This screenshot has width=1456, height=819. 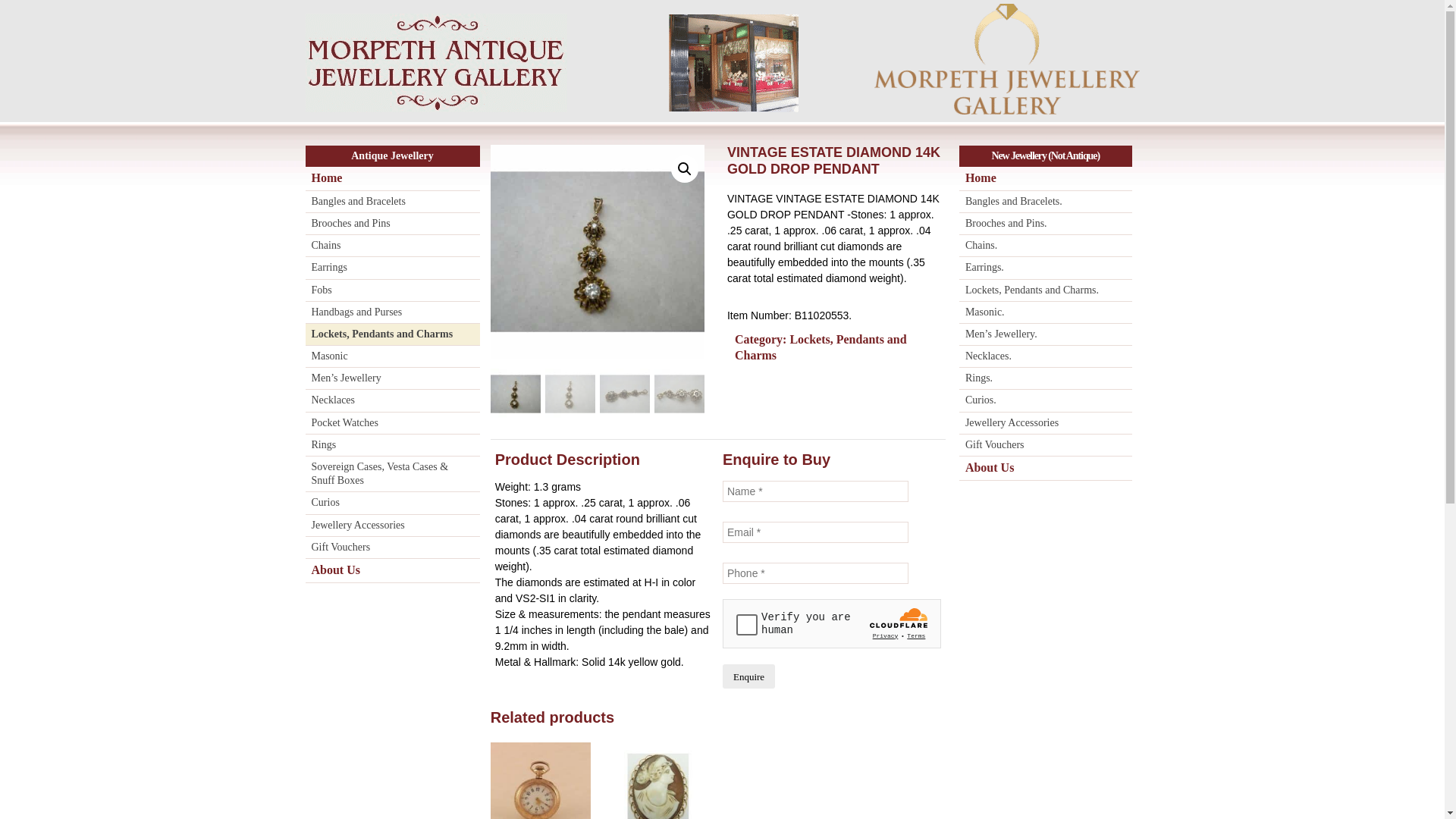 I want to click on 'Enquire', so click(x=722, y=675).